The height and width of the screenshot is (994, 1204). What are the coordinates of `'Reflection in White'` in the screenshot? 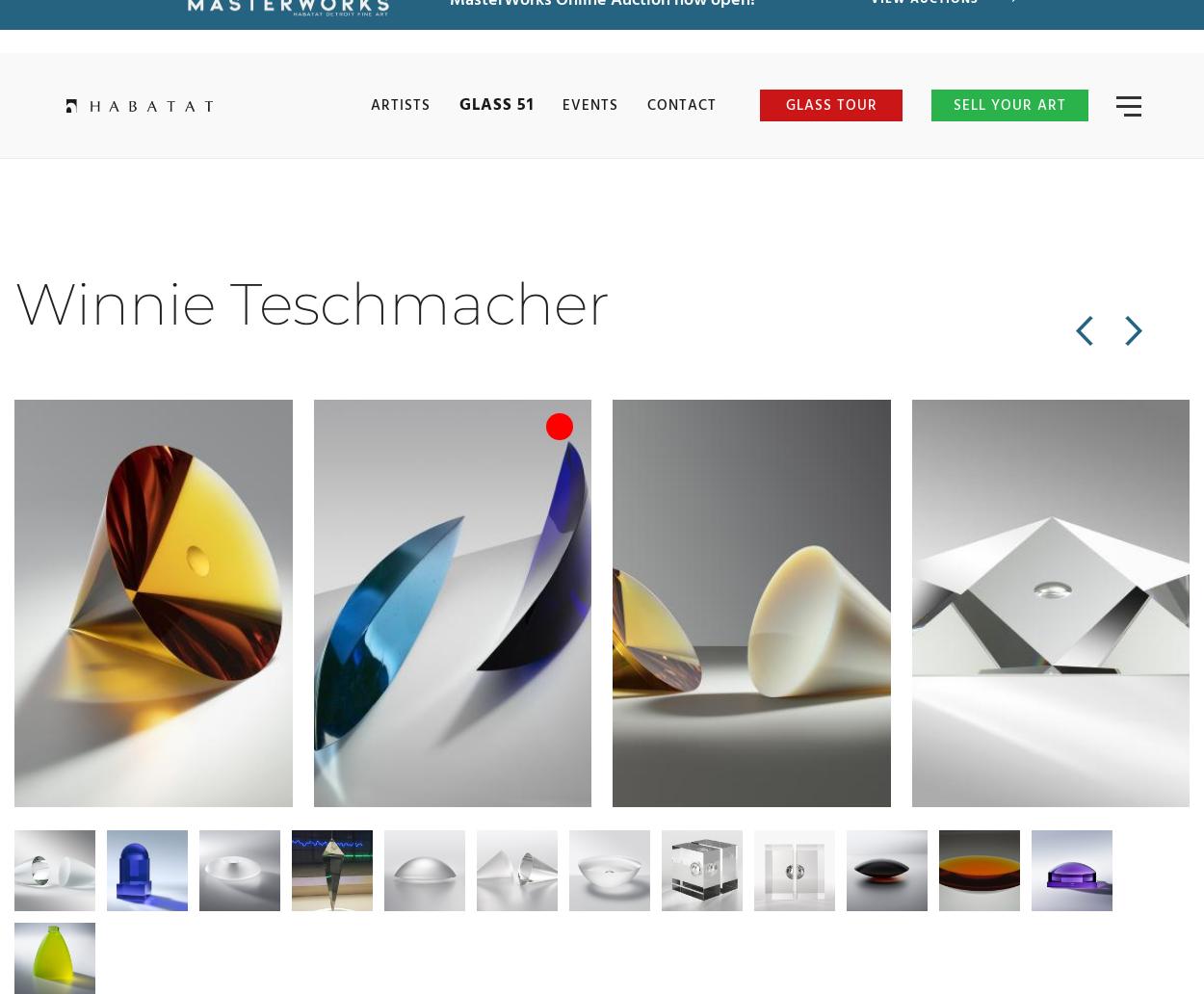 It's located at (718, 681).